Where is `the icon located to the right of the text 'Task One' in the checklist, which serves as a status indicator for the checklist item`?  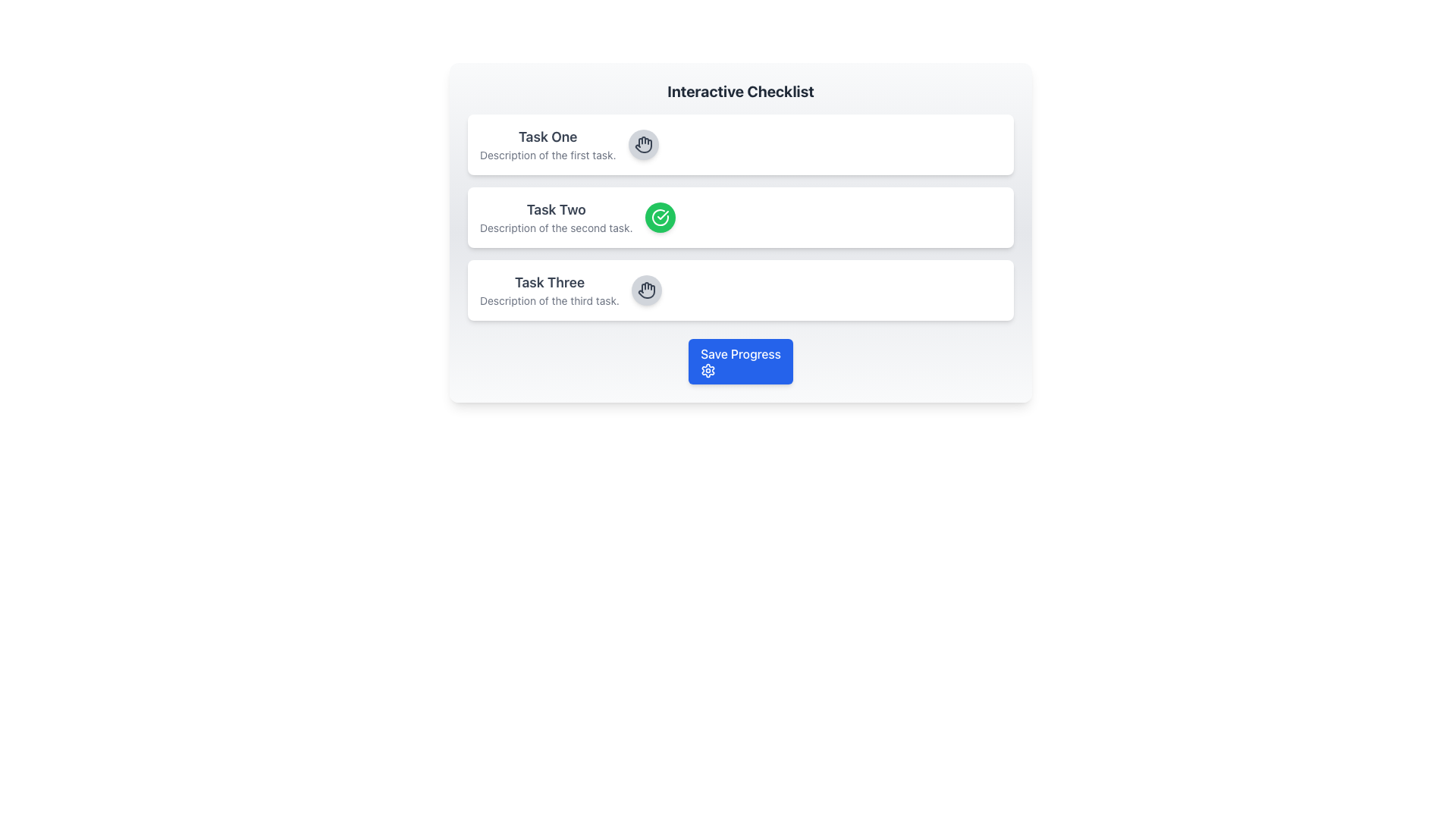
the icon located to the right of the text 'Task One' in the checklist, which serves as a status indicator for the checklist item is located at coordinates (647, 290).